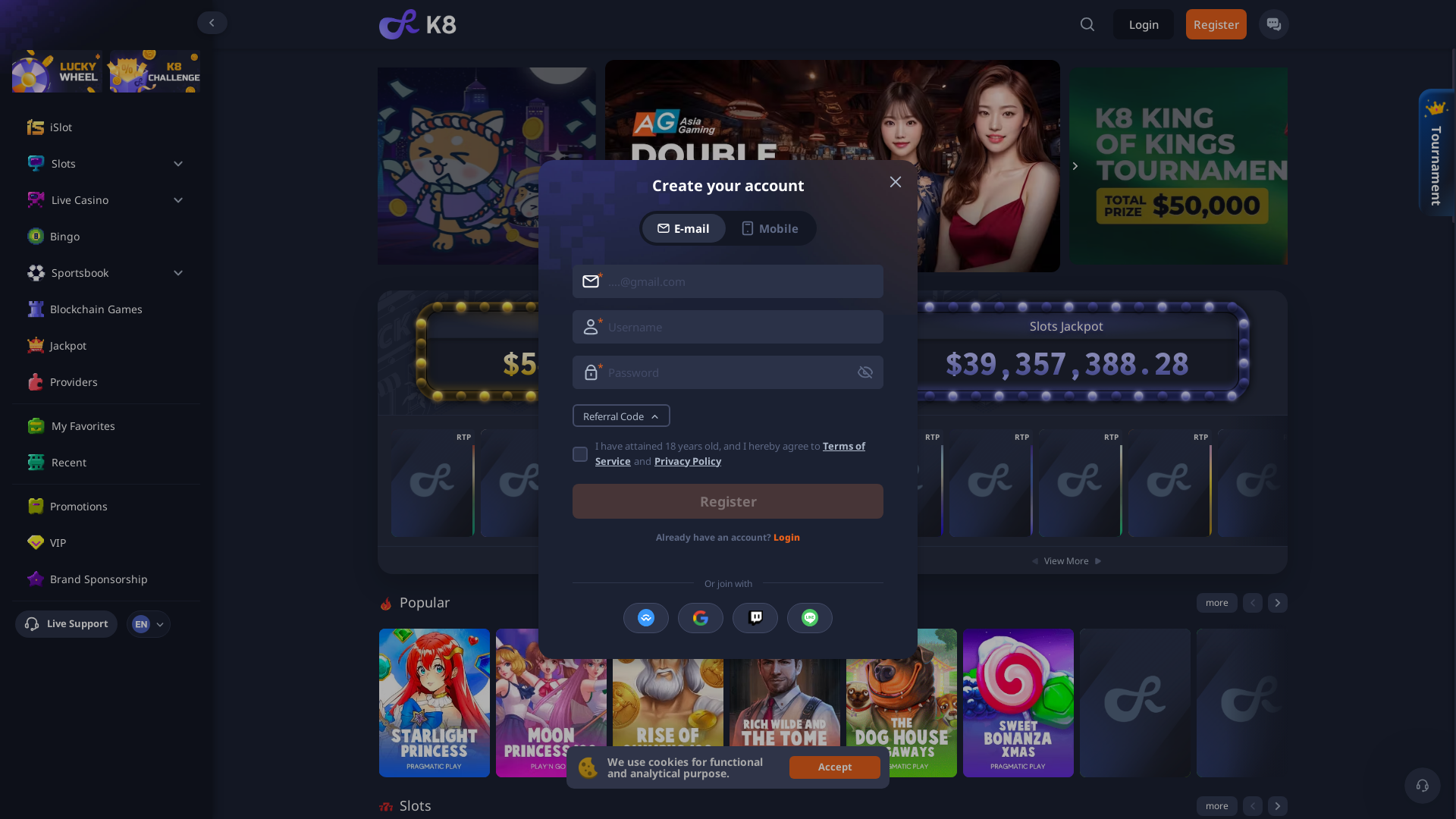  I want to click on 'Promotions', so click(116, 506).